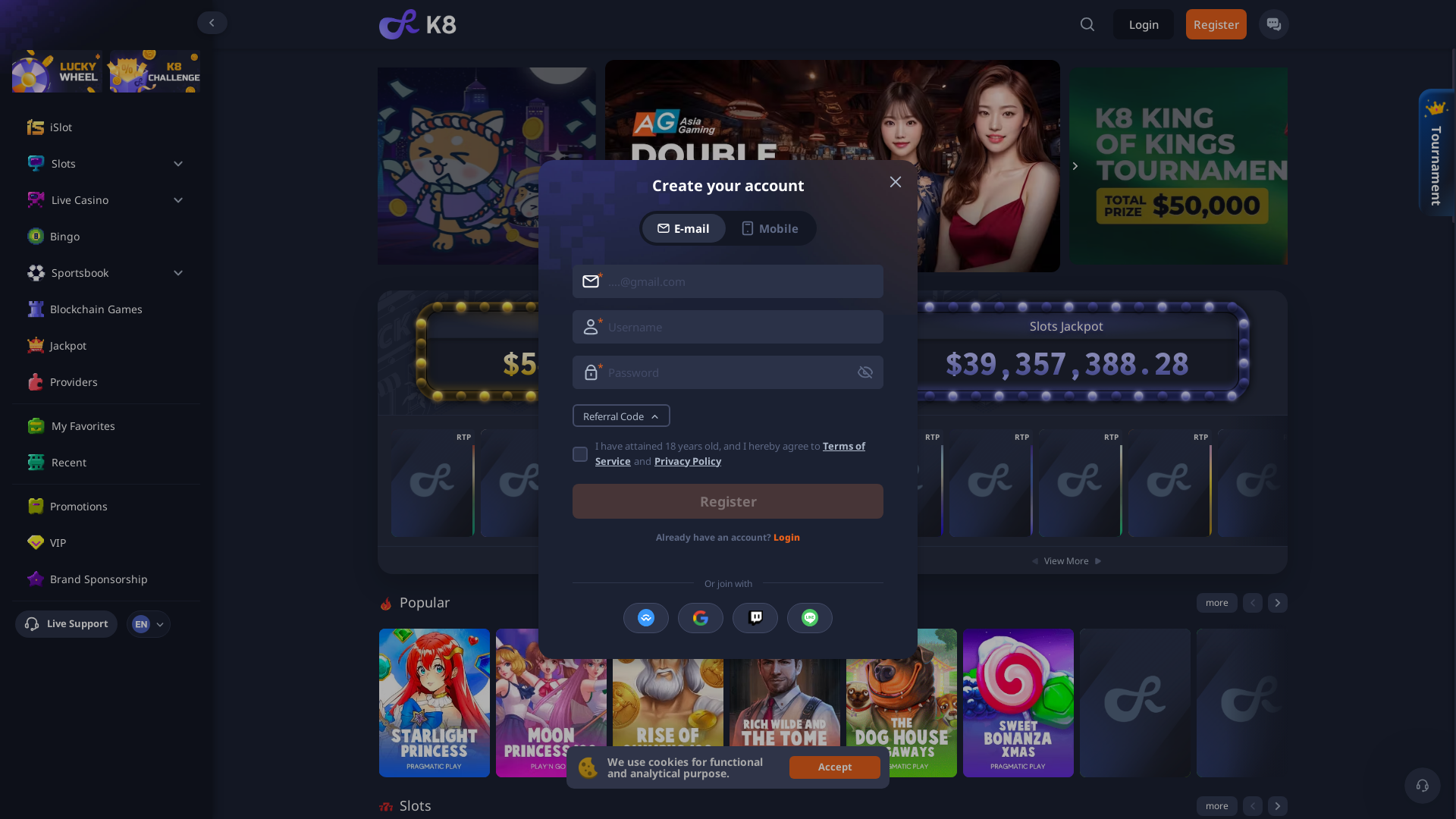  I want to click on 'Promotions', so click(116, 506).